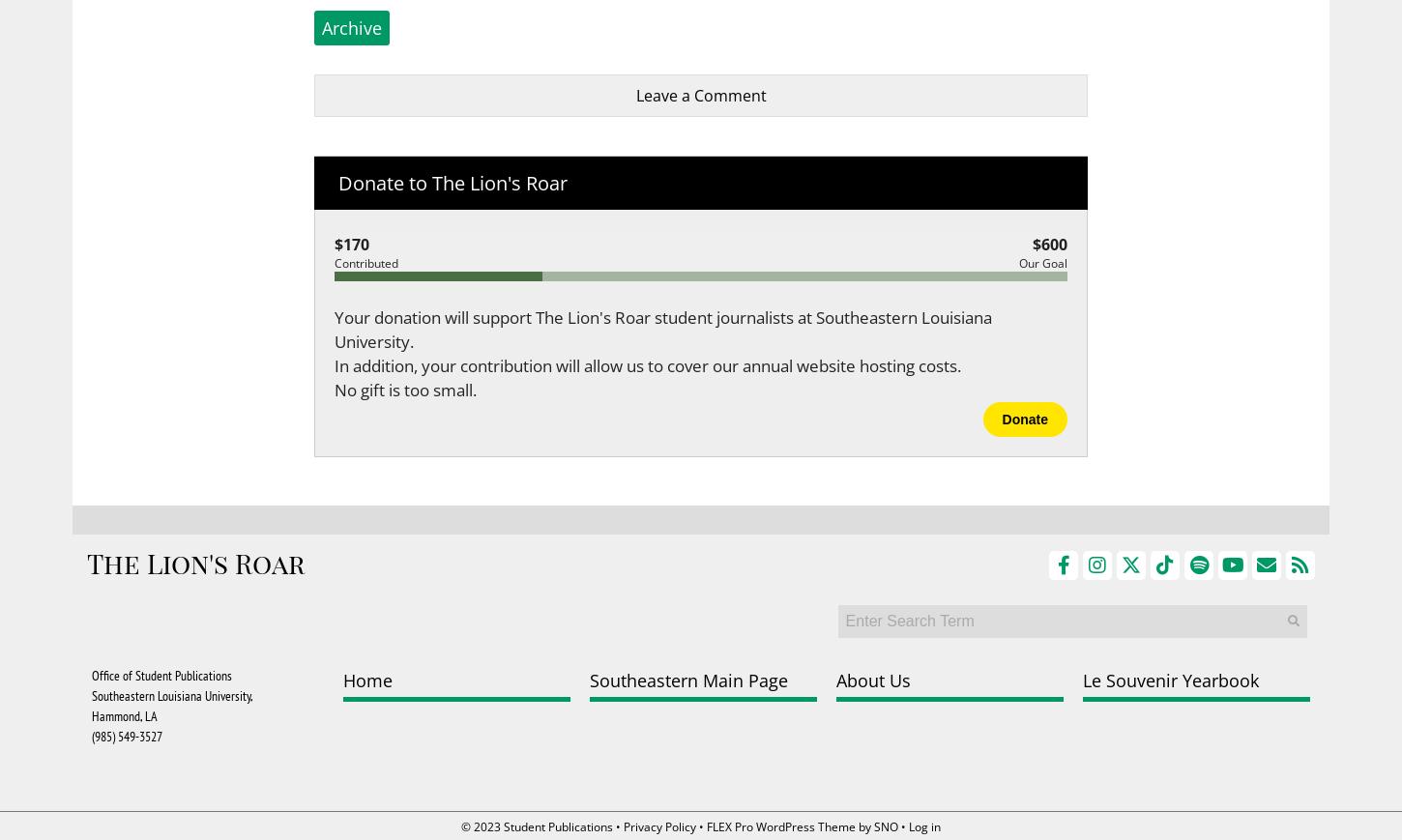 This screenshot has width=1402, height=840. Describe the element at coordinates (863, 826) in the screenshot. I see `'by'` at that location.